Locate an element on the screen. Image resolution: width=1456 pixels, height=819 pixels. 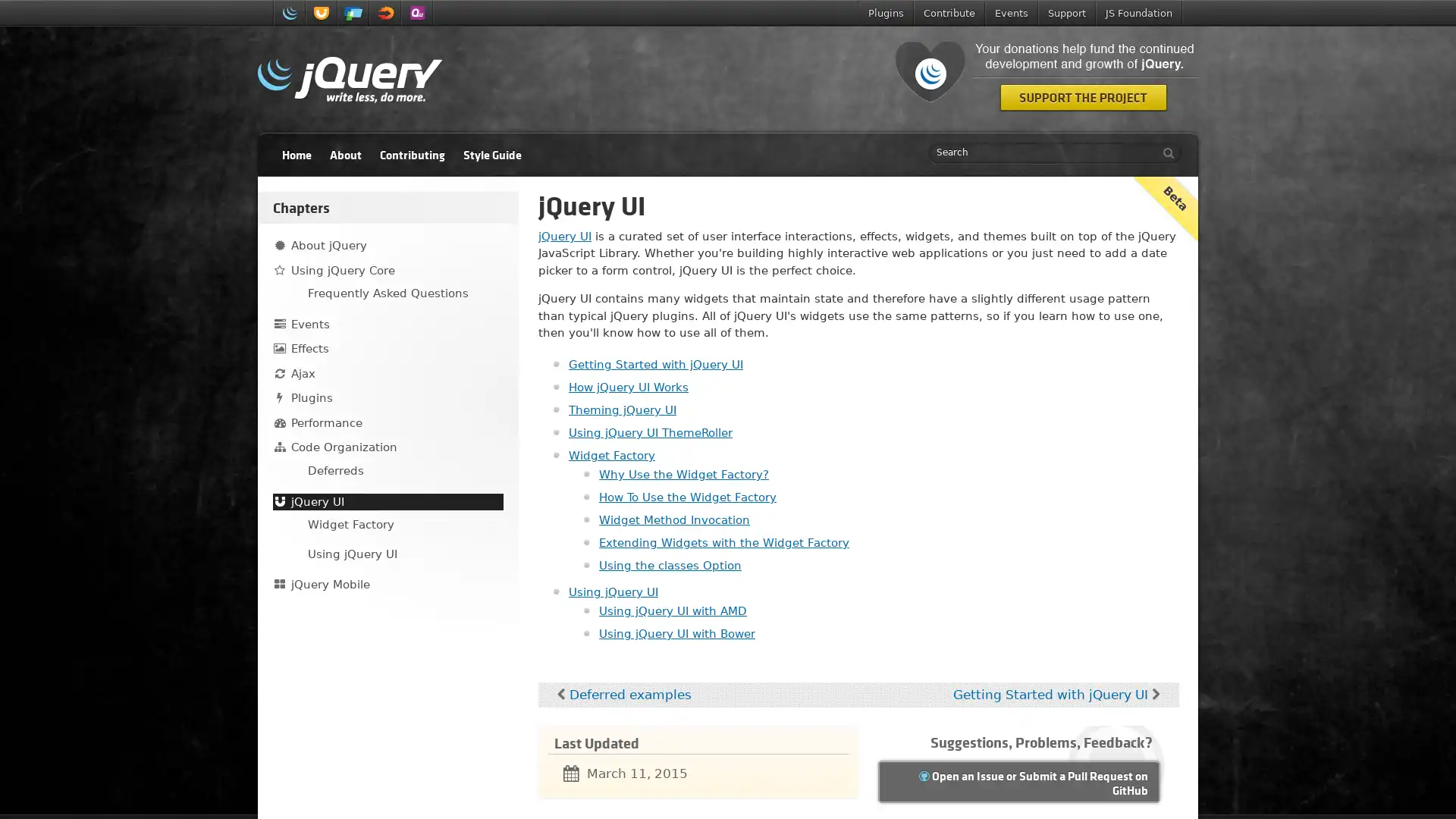
search is located at coordinates (1164, 152).